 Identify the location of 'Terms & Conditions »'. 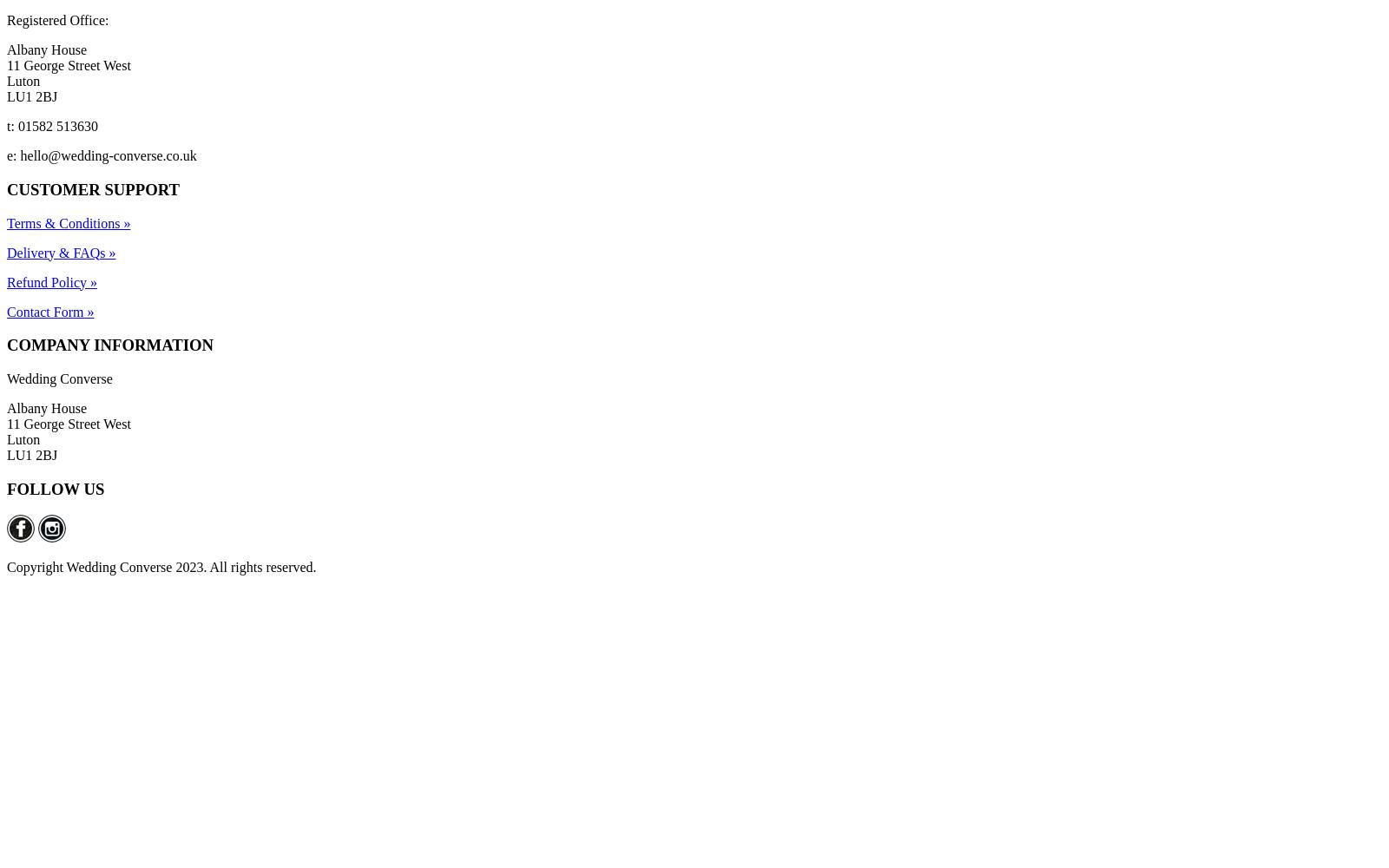
(68, 222).